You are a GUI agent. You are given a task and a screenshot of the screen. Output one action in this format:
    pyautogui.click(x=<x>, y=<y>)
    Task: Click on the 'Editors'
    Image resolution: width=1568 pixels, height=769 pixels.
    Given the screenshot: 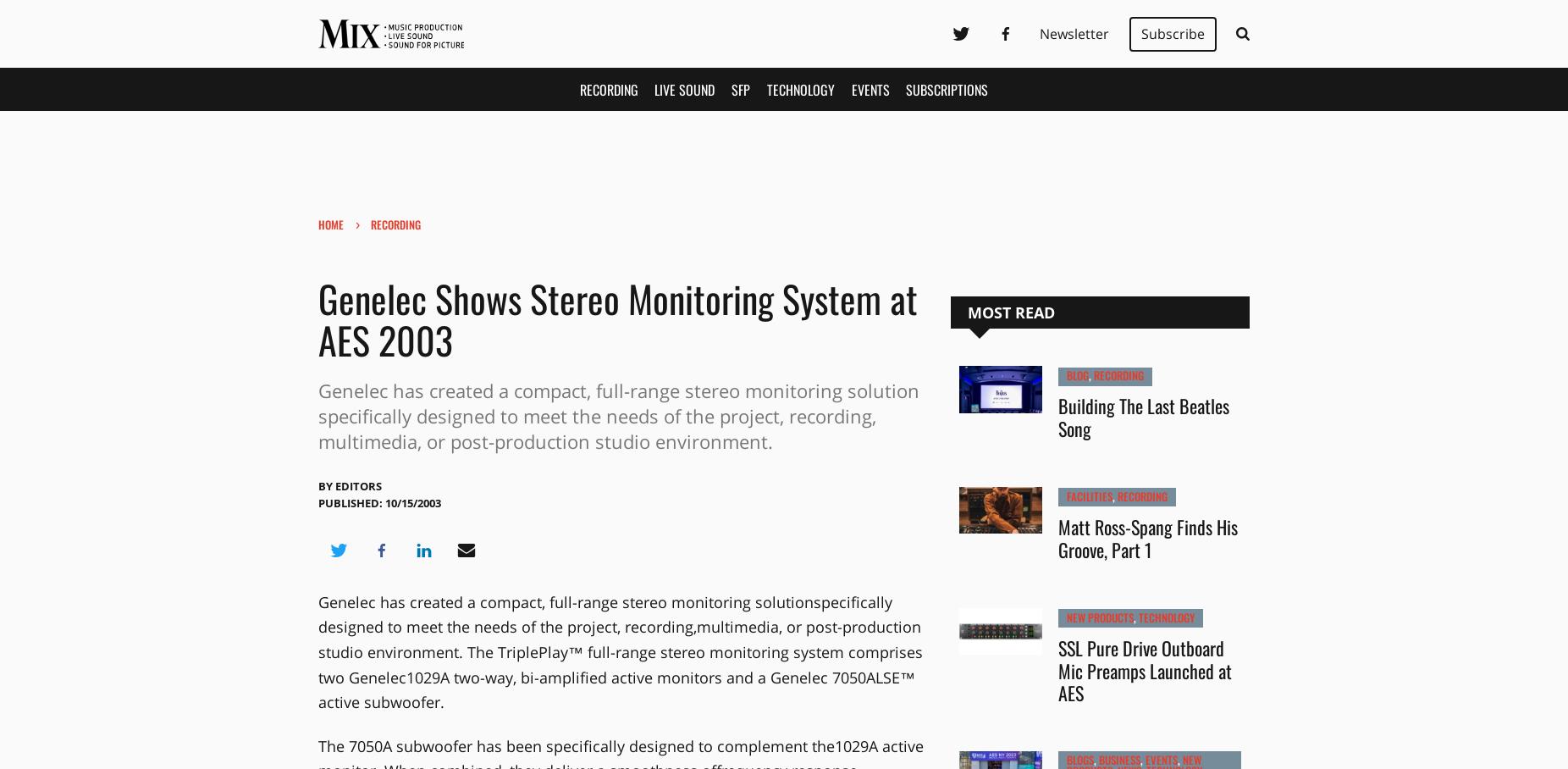 What is the action you would take?
    pyautogui.click(x=357, y=485)
    